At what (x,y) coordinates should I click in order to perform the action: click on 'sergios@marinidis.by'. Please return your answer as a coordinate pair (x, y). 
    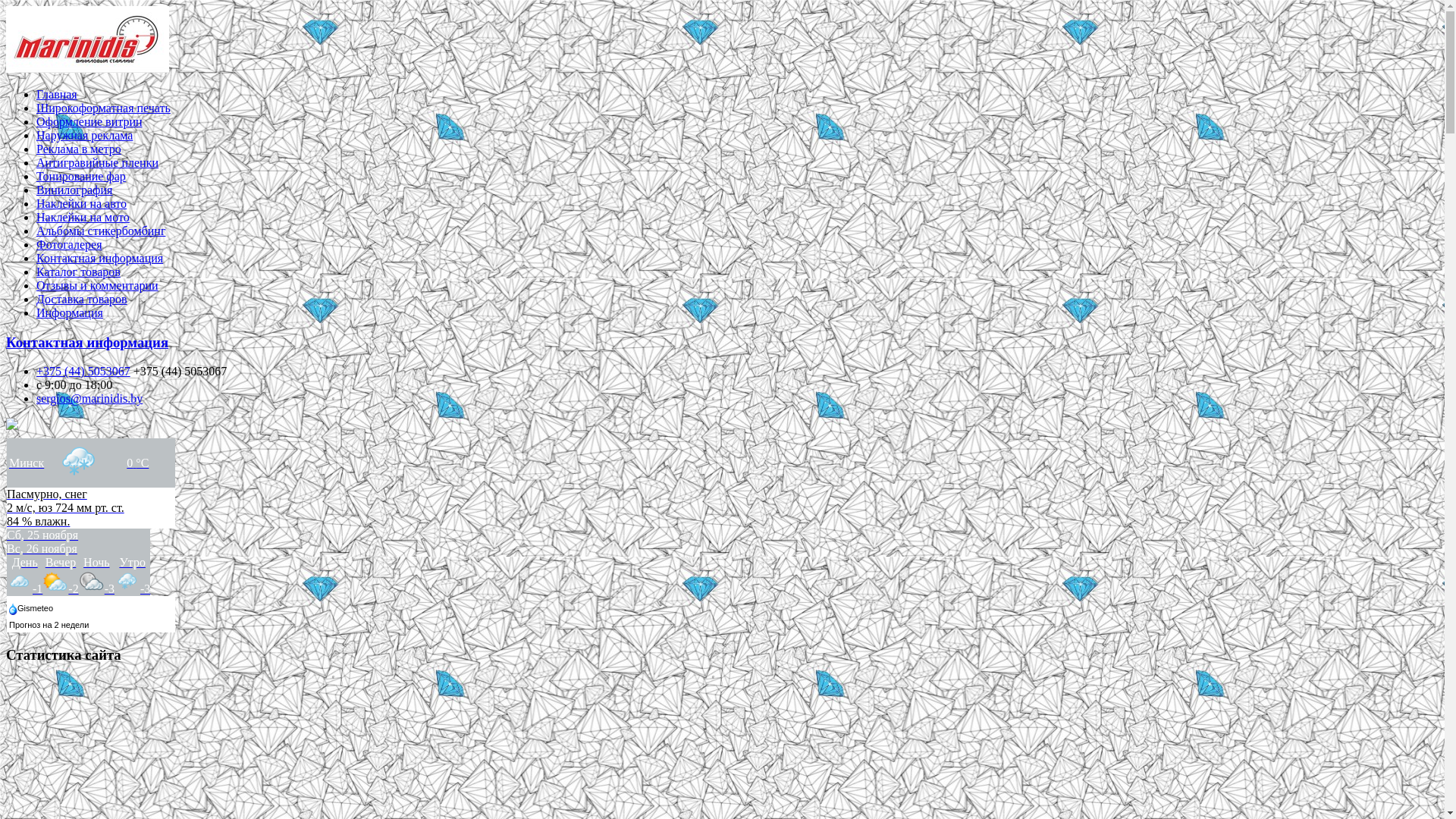
    Looking at the image, I should click on (89, 397).